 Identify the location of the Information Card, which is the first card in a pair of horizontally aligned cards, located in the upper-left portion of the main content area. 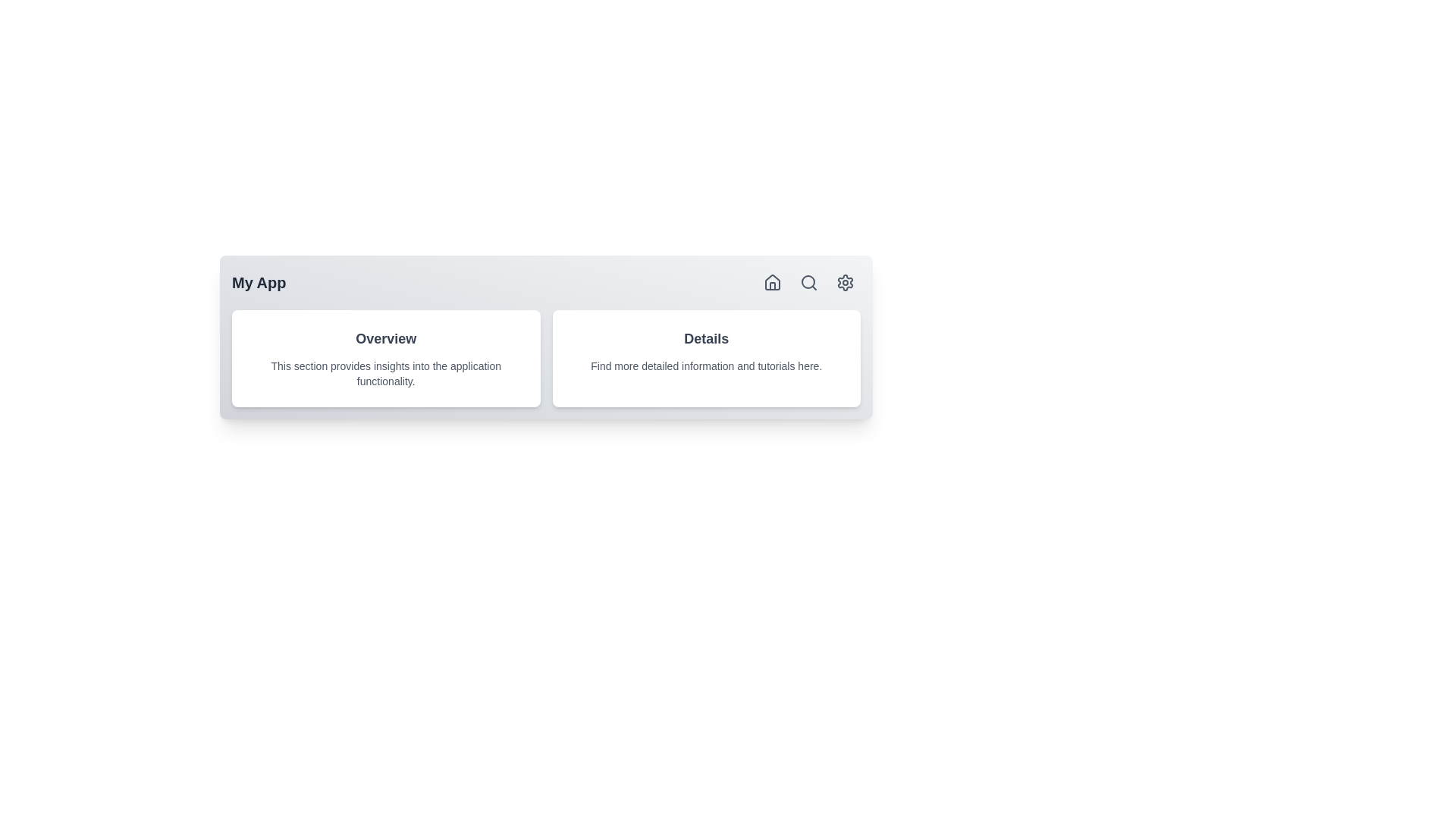
(386, 359).